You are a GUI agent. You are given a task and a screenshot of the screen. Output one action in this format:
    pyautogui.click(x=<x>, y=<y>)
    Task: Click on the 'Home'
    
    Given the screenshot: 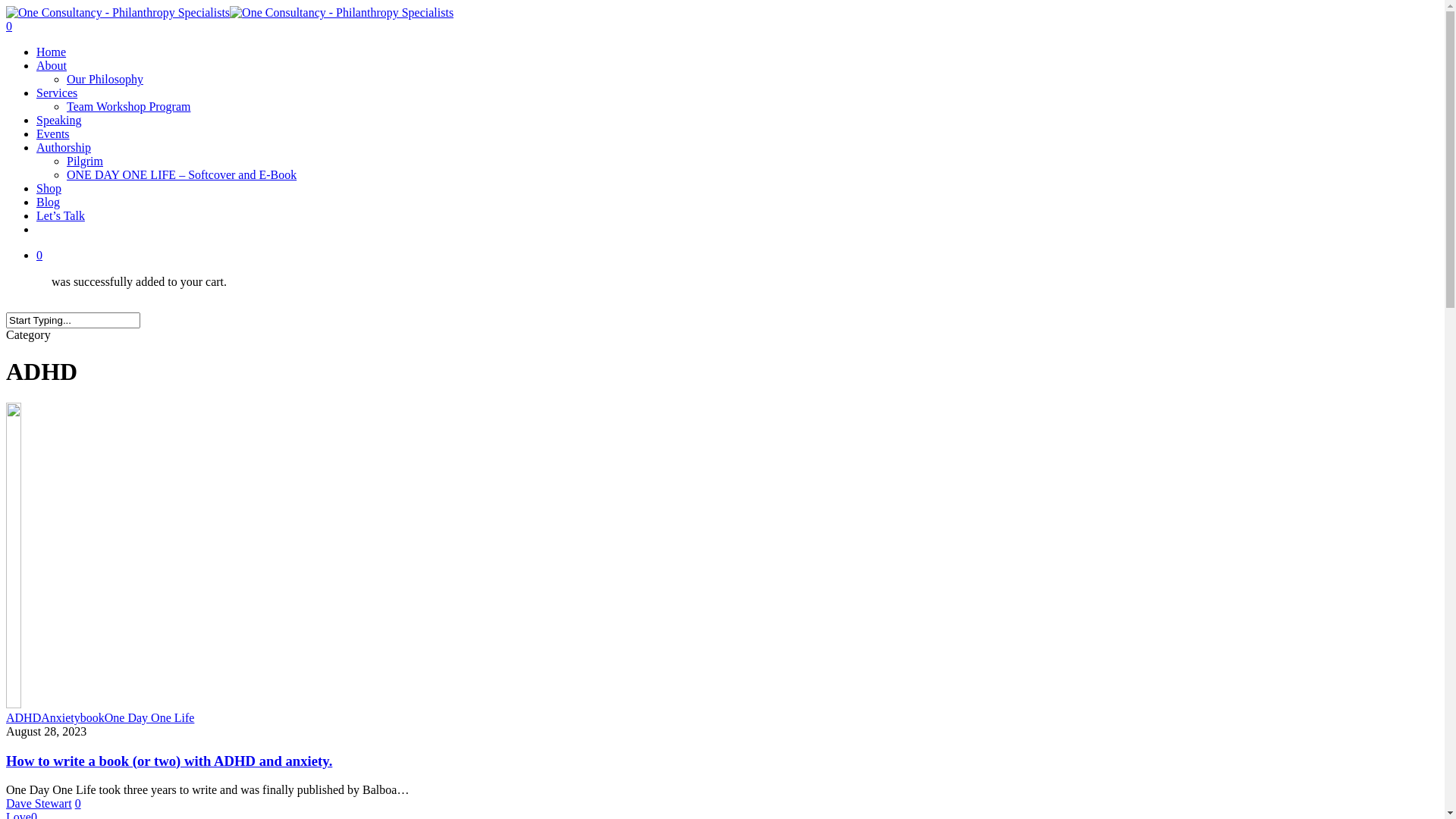 What is the action you would take?
    pyautogui.click(x=51, y=51)
    